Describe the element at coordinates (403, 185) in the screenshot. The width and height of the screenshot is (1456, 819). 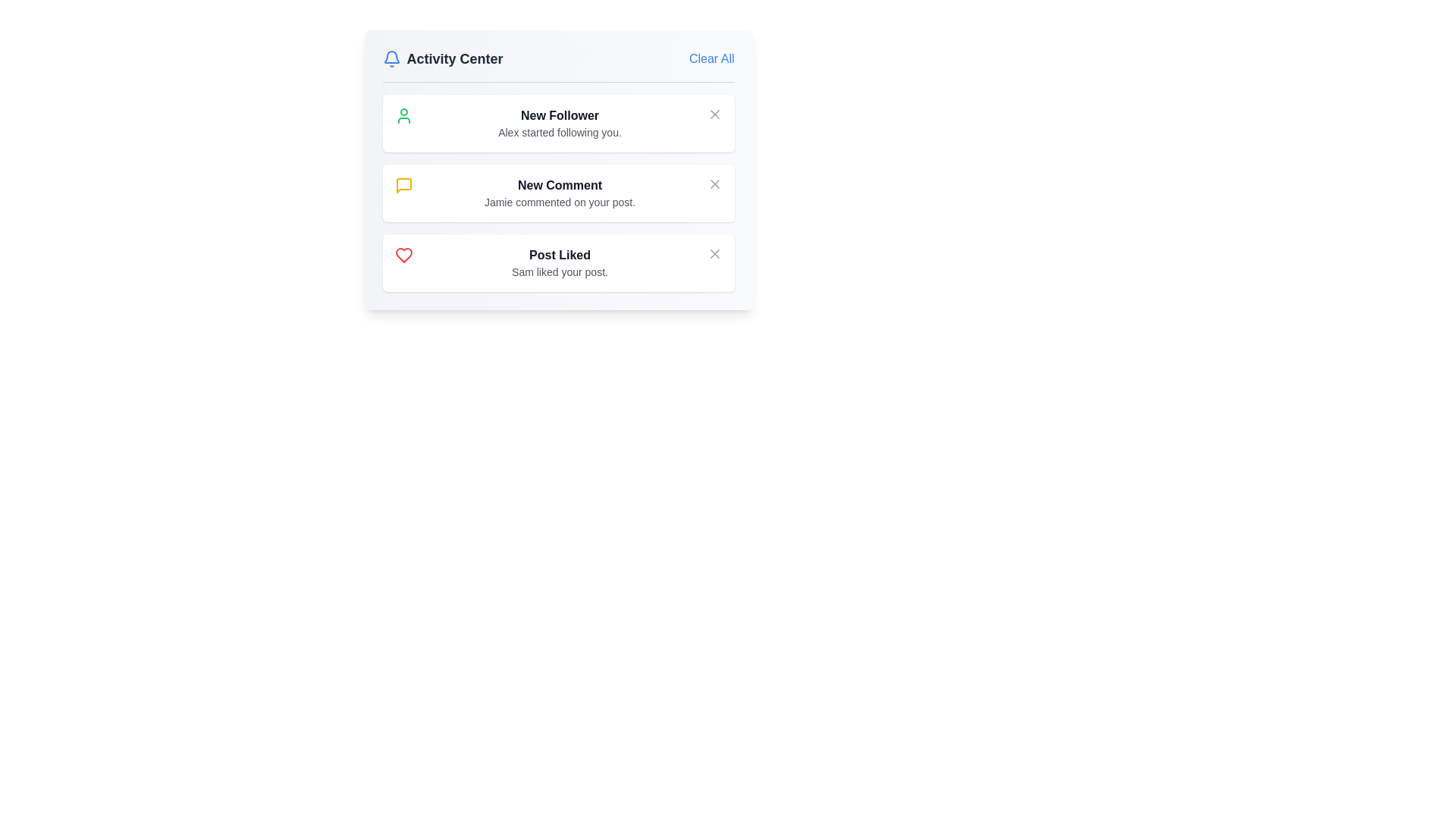
I see `the yellow chat bubble icon representing a comment, located in the second notification item titled 'New Comment' with the subtitle 'Jamie commented on your post.'` at that location.